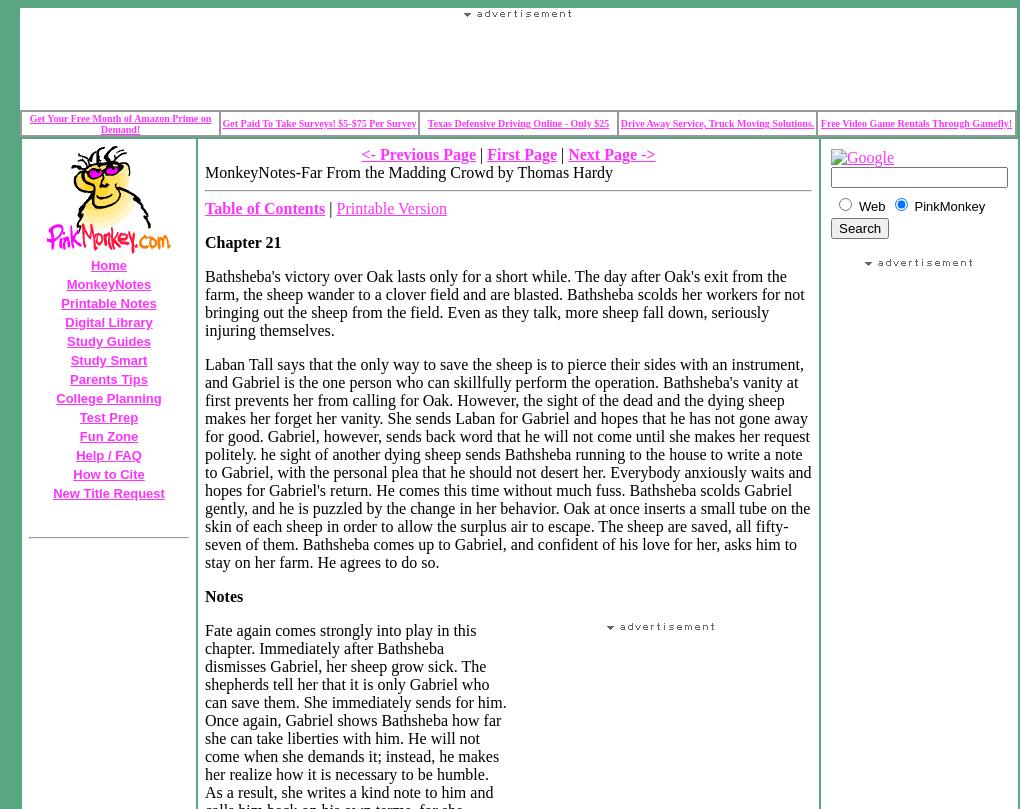  Describe the element at coordinates (107, 284) in the screenshot. I see `'MonkeyNotes'` at that location.